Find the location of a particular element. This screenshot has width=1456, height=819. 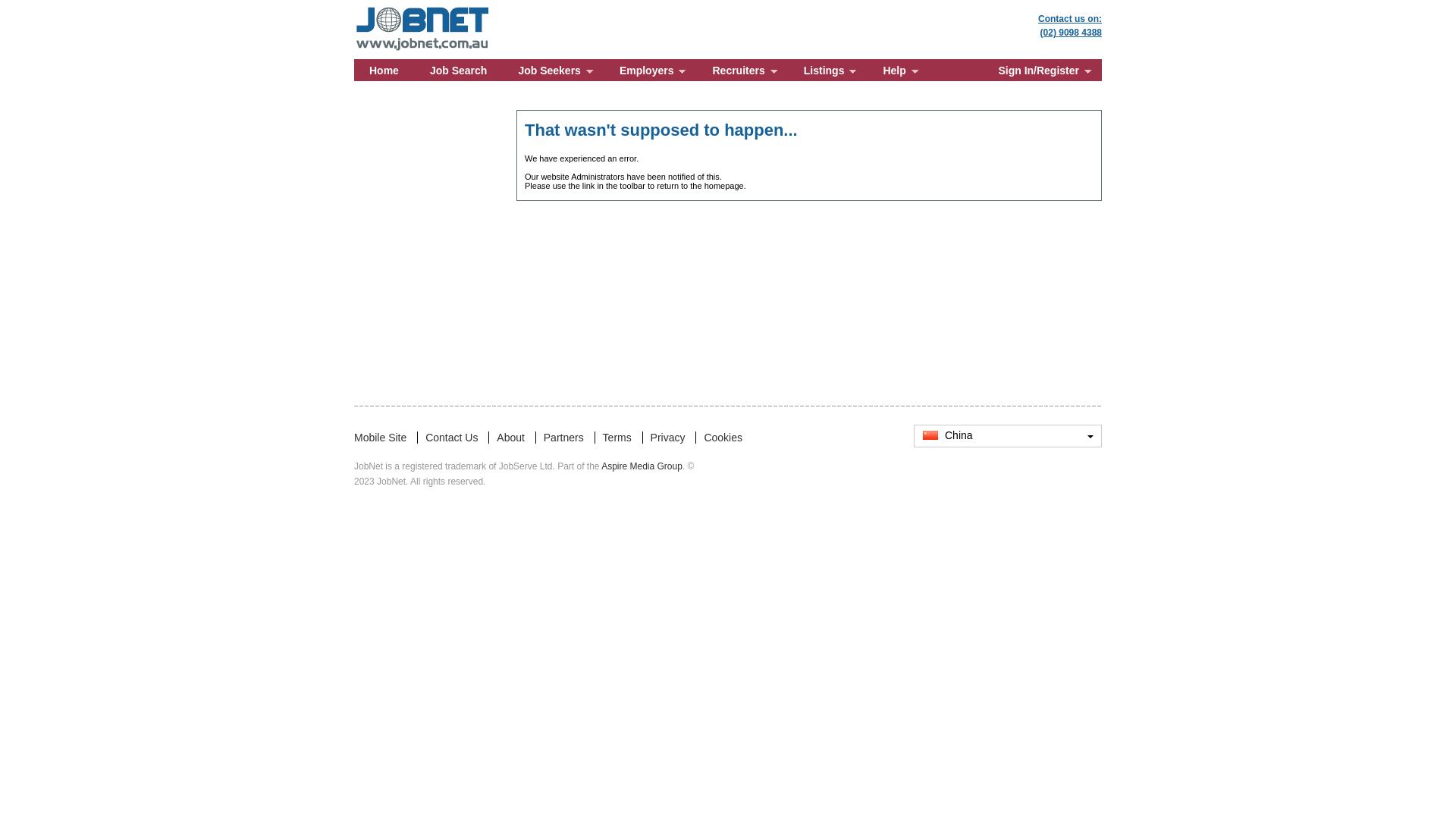

'Mobile Site' is located at coordinates (380, 438).